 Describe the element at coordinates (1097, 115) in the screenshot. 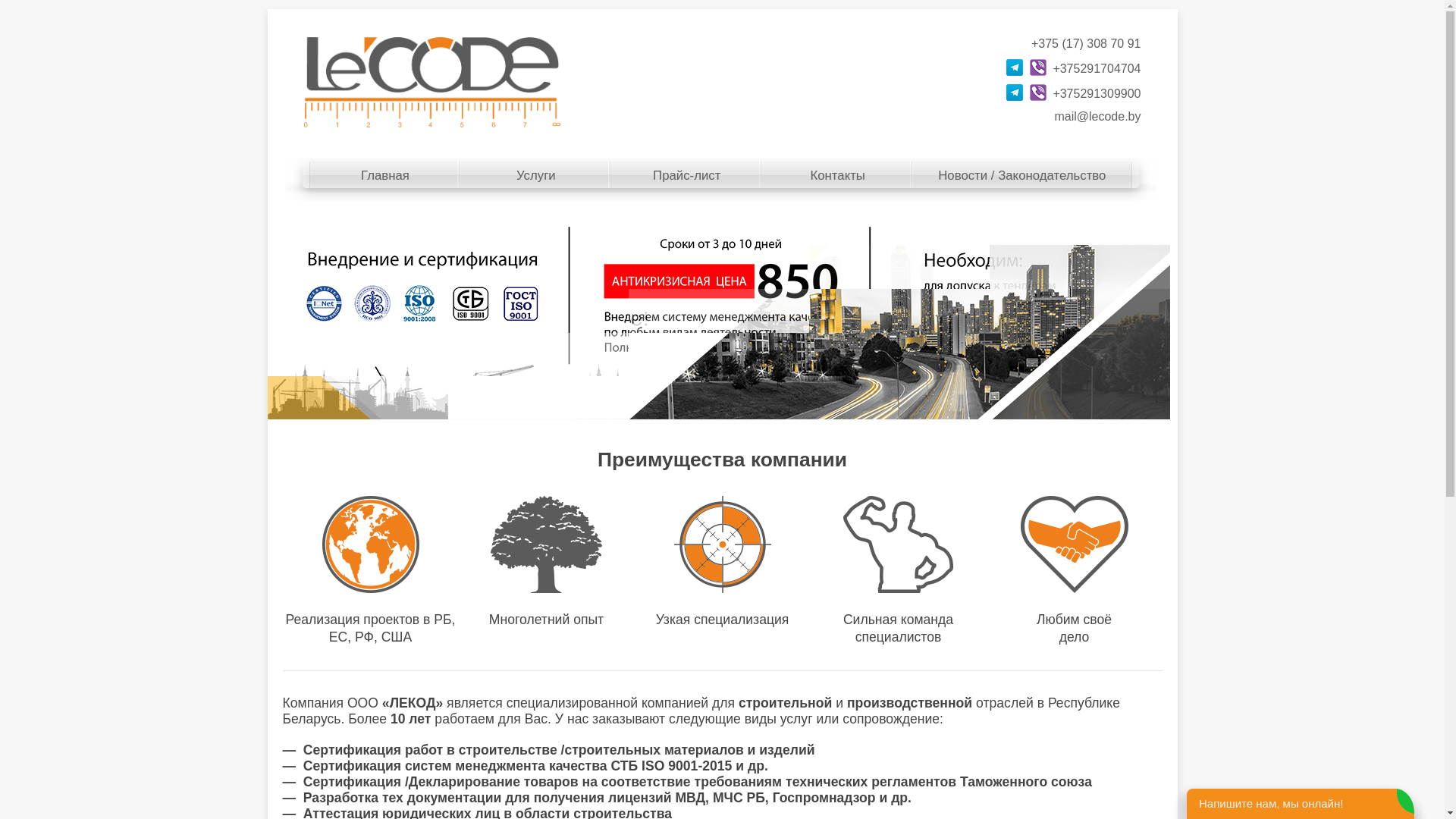

I see `'mail@lecode.by'` at that location.